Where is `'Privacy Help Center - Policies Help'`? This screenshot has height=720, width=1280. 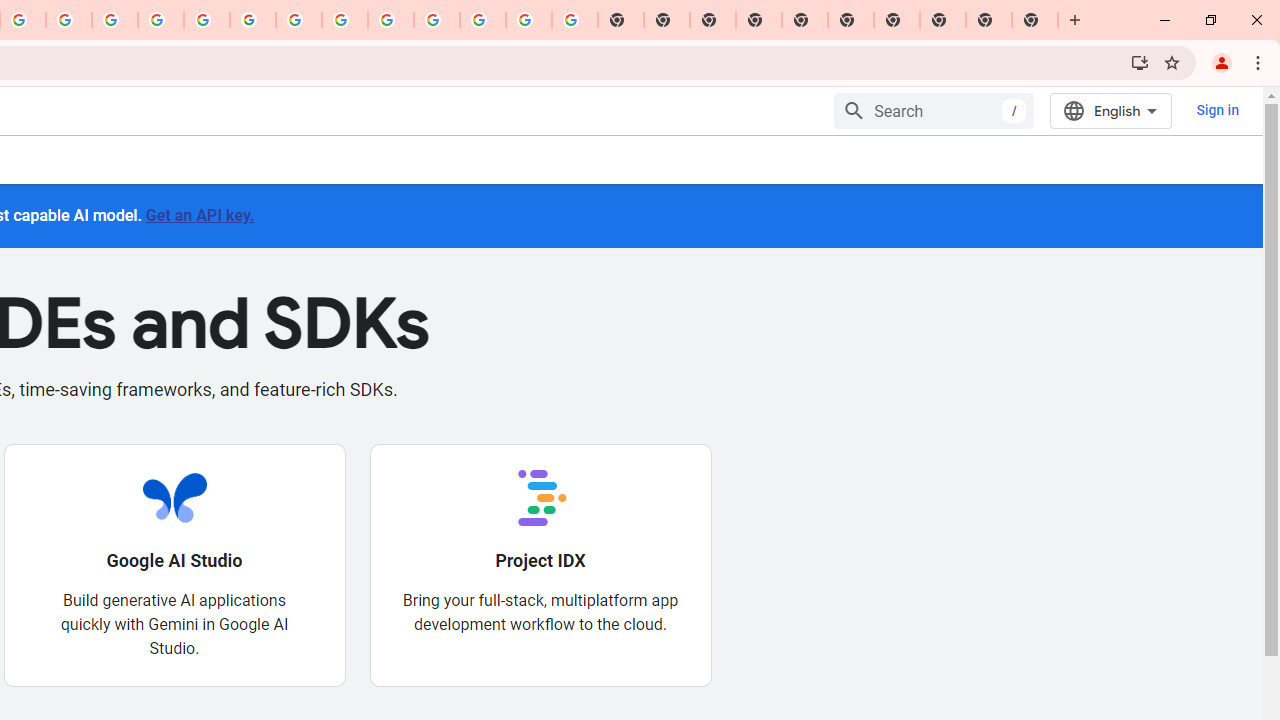 'Privacy Help Center - Policies Help' is located at coordinates (161, 20).